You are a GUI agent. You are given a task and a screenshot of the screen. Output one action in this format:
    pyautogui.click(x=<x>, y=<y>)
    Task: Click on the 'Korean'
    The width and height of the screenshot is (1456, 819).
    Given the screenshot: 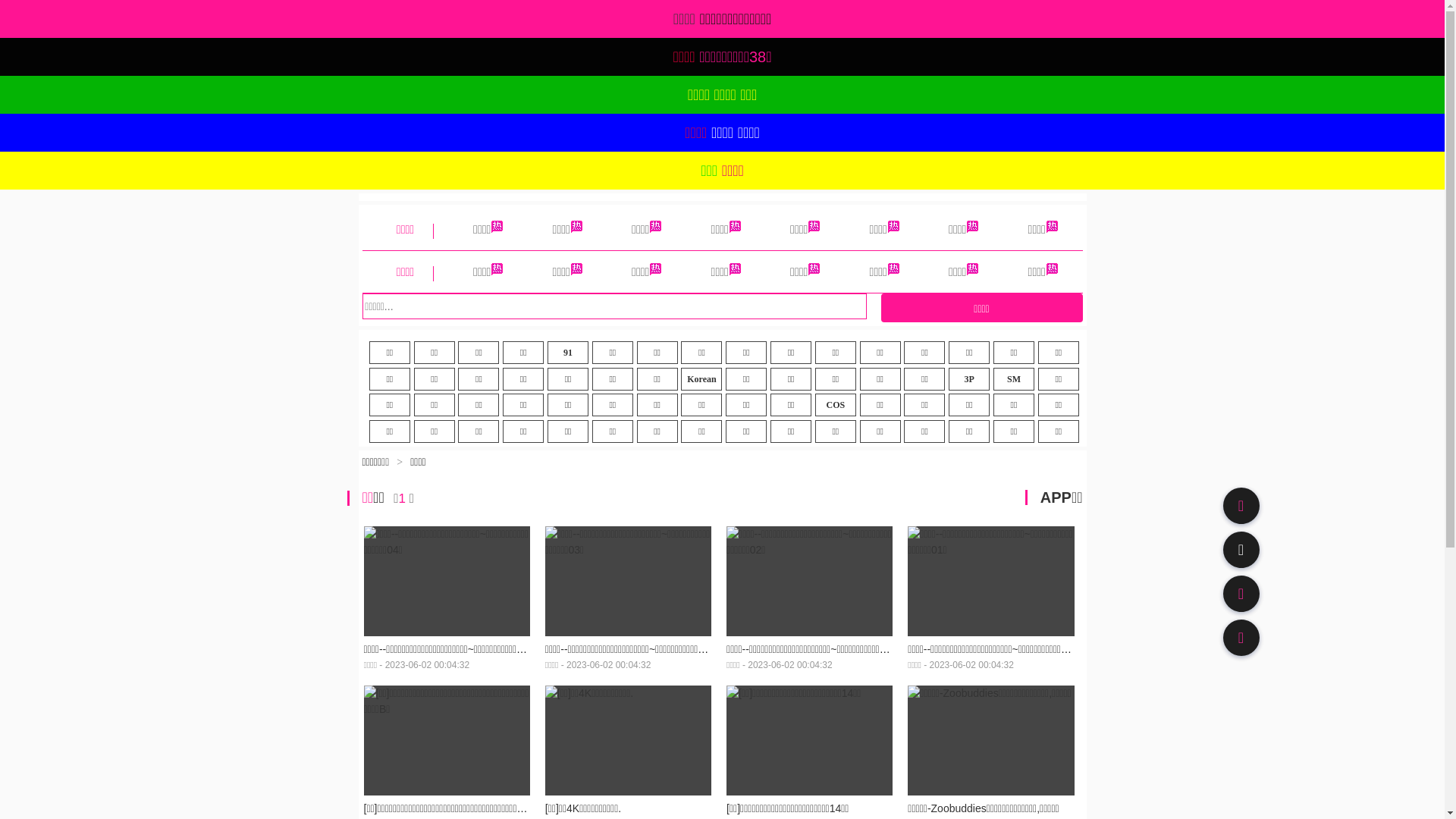 What is the action you would take?
    pyautogui.click(x=701, y=378)
    